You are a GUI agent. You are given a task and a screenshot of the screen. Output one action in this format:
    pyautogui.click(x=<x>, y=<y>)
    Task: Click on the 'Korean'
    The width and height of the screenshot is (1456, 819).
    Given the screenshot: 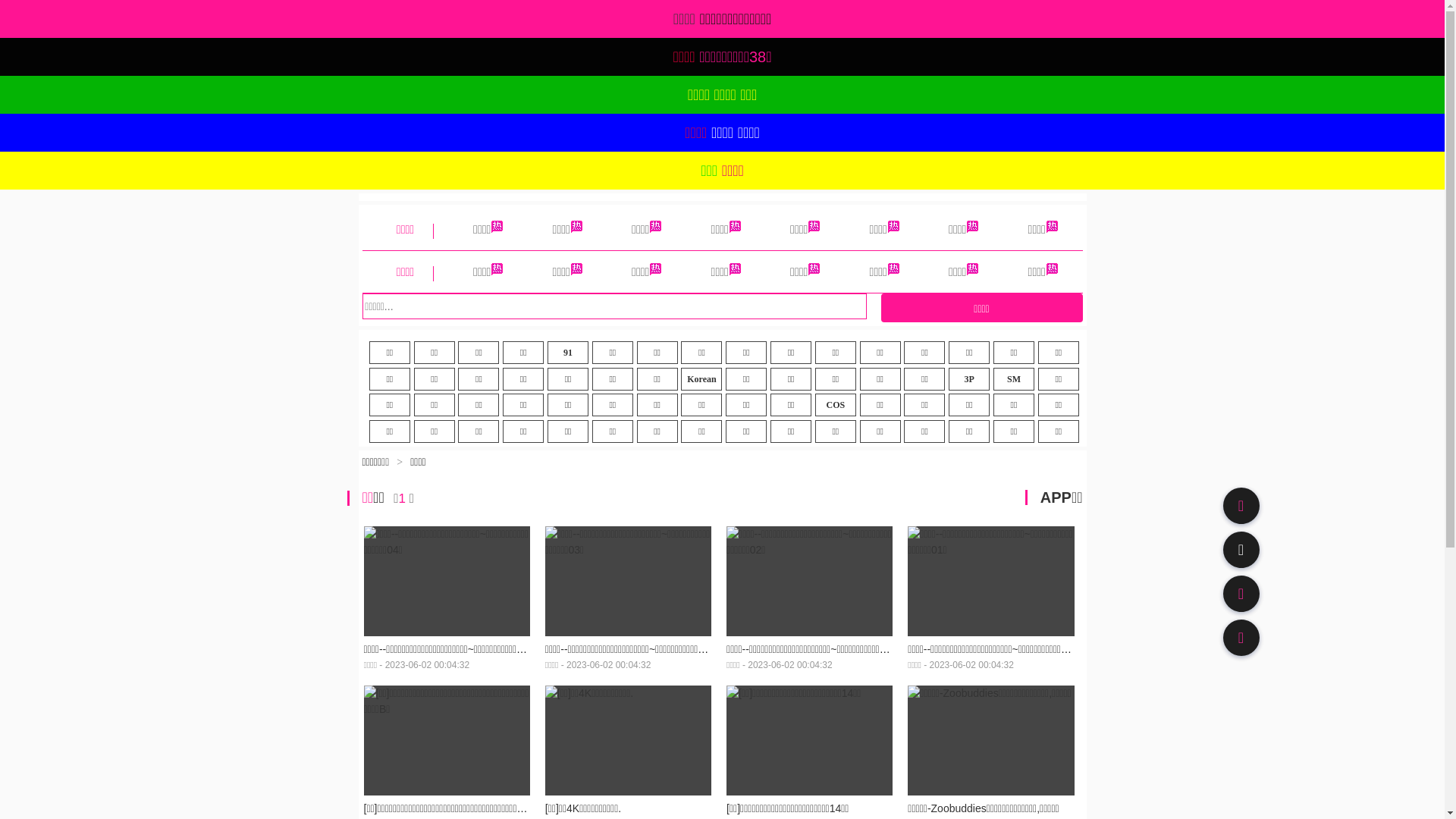 What is the action you would take?
    pyautogui.click(x=701, y=378)
    